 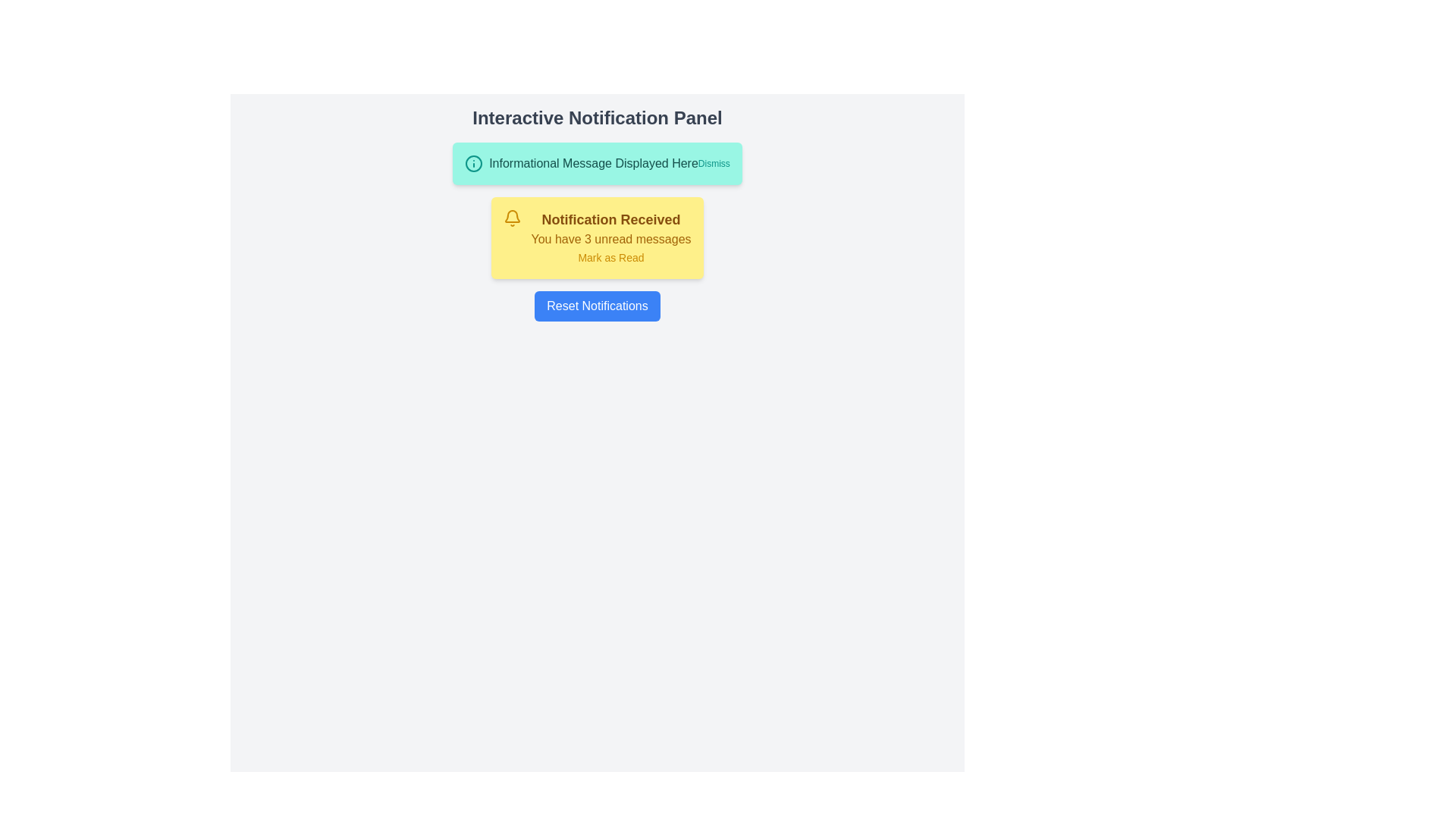 I want to click on the notification icon located at the top-left corner of the yellow notification card that reads 'Notification Received', so click(x=513, y=218).